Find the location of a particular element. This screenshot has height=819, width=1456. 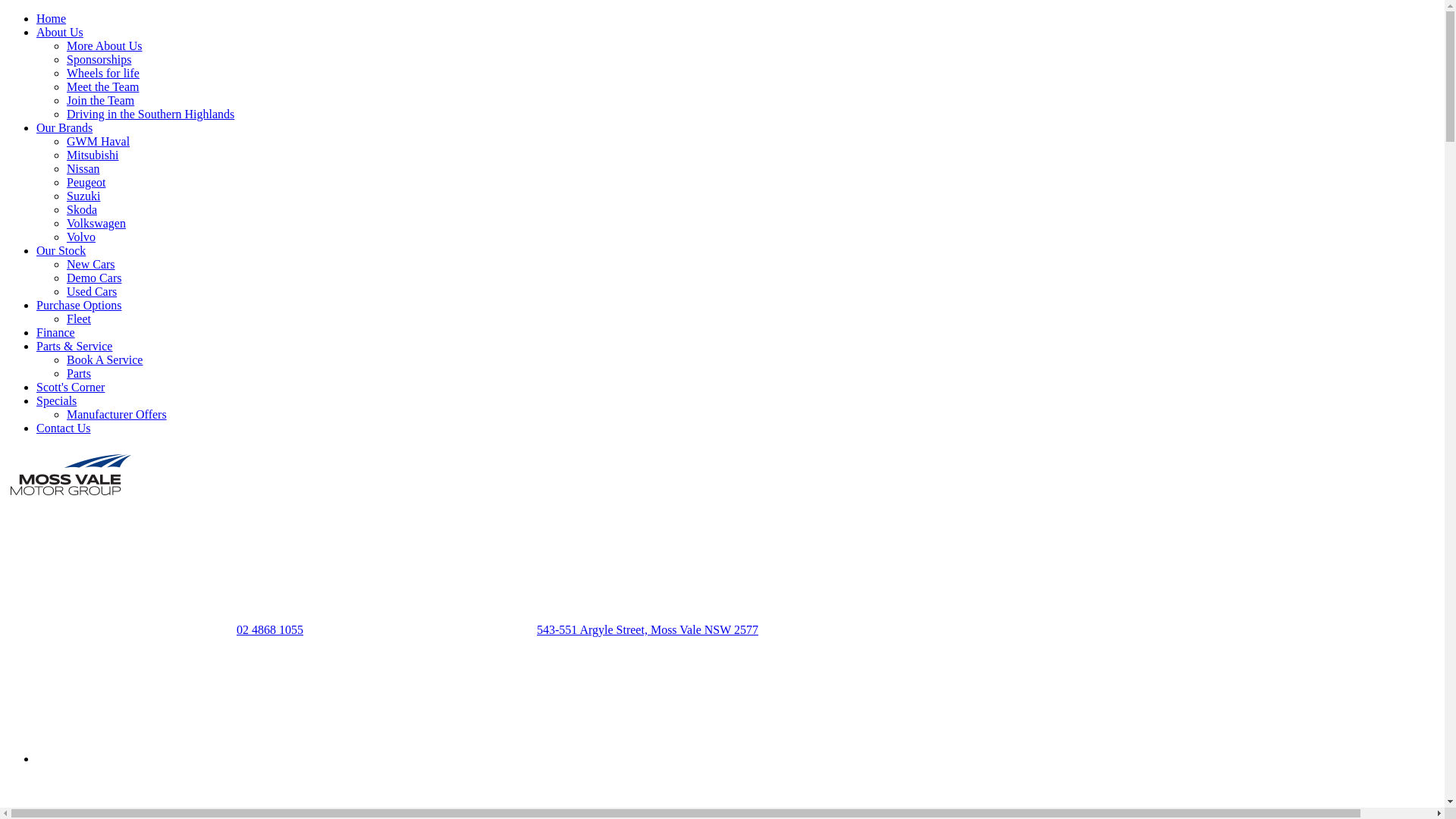

'Contact Us' is located at coordinates (36, 428).